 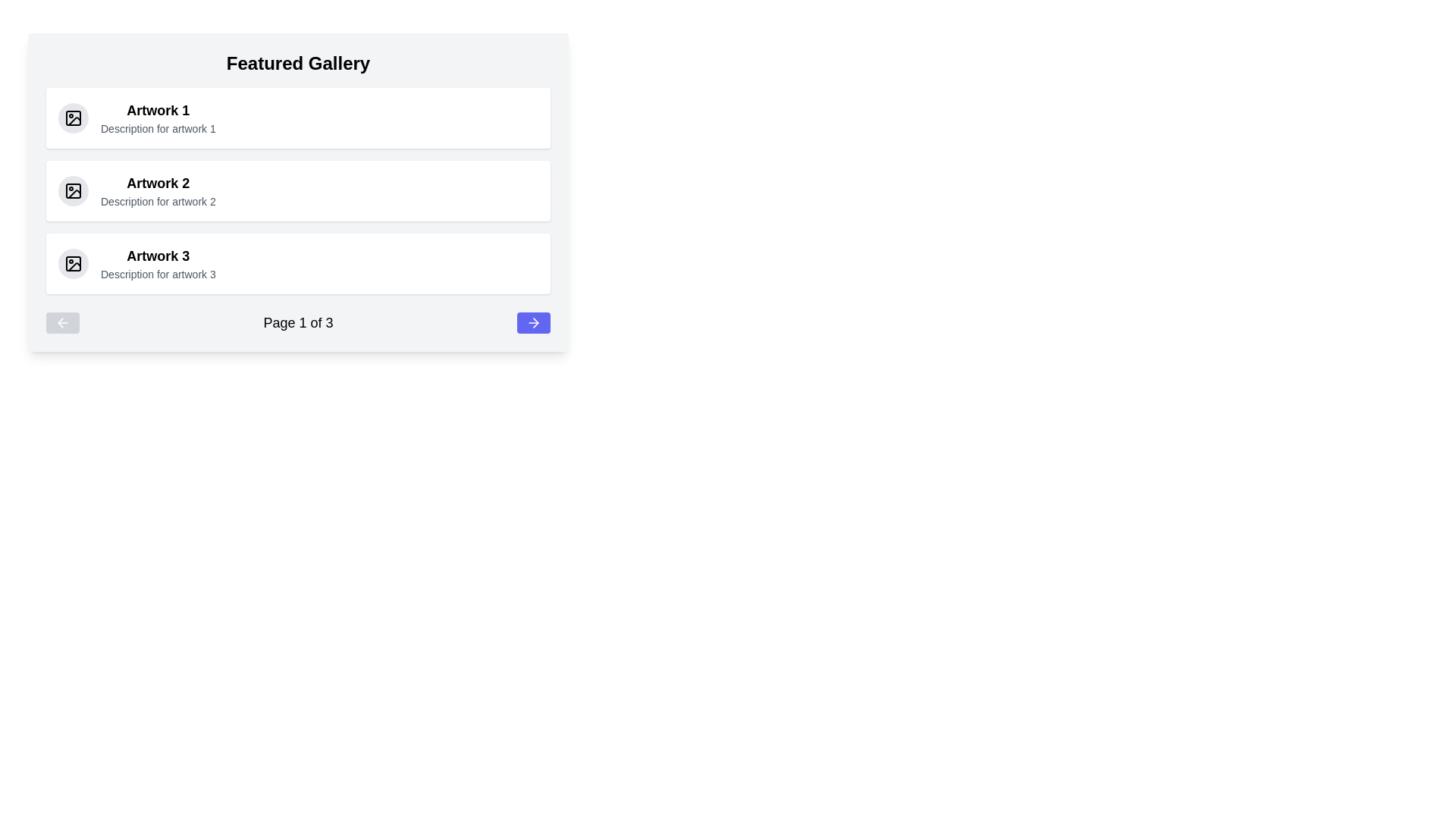 What do you see at coordinates (158, 117) in the screenshot?
I see `the text display block containing the bold header 'Artwork 1' and the subtitle 'Description for artwork 1', which is part of the featured artworks list under 'Featured Gallery'` at bounding box center [158, 117].